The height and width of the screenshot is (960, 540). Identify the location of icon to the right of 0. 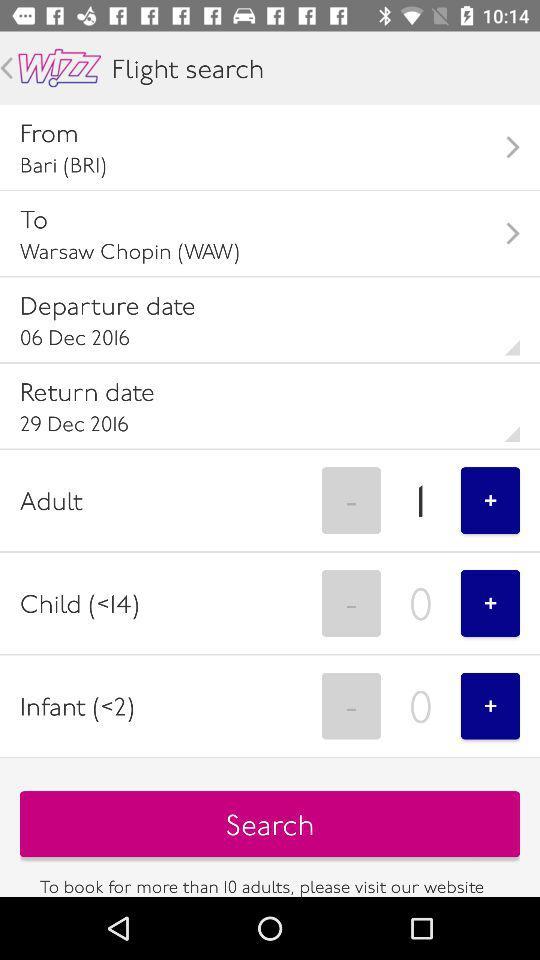
(489, 602).